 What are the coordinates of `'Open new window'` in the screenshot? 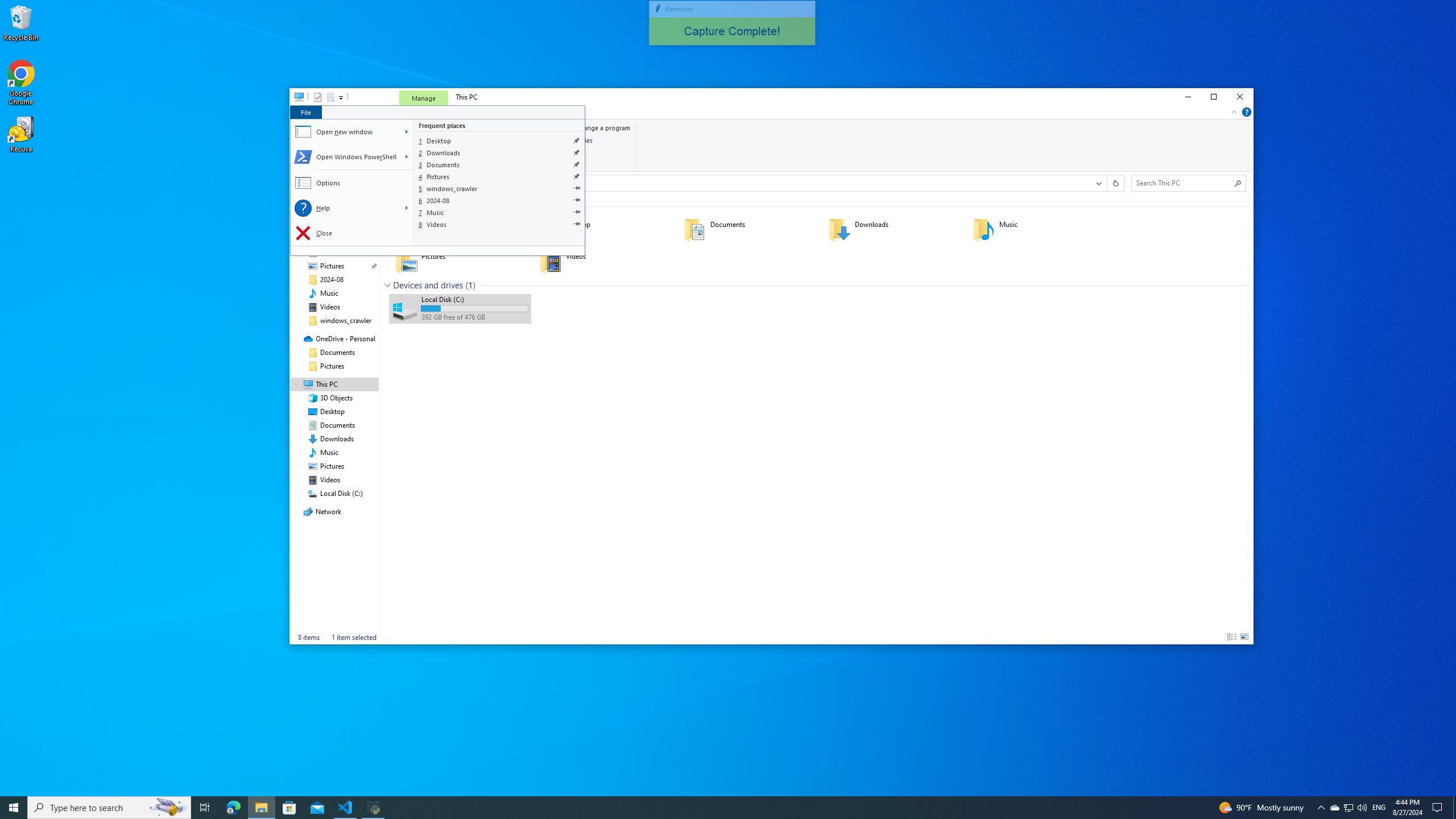 It's located at (345, 131).